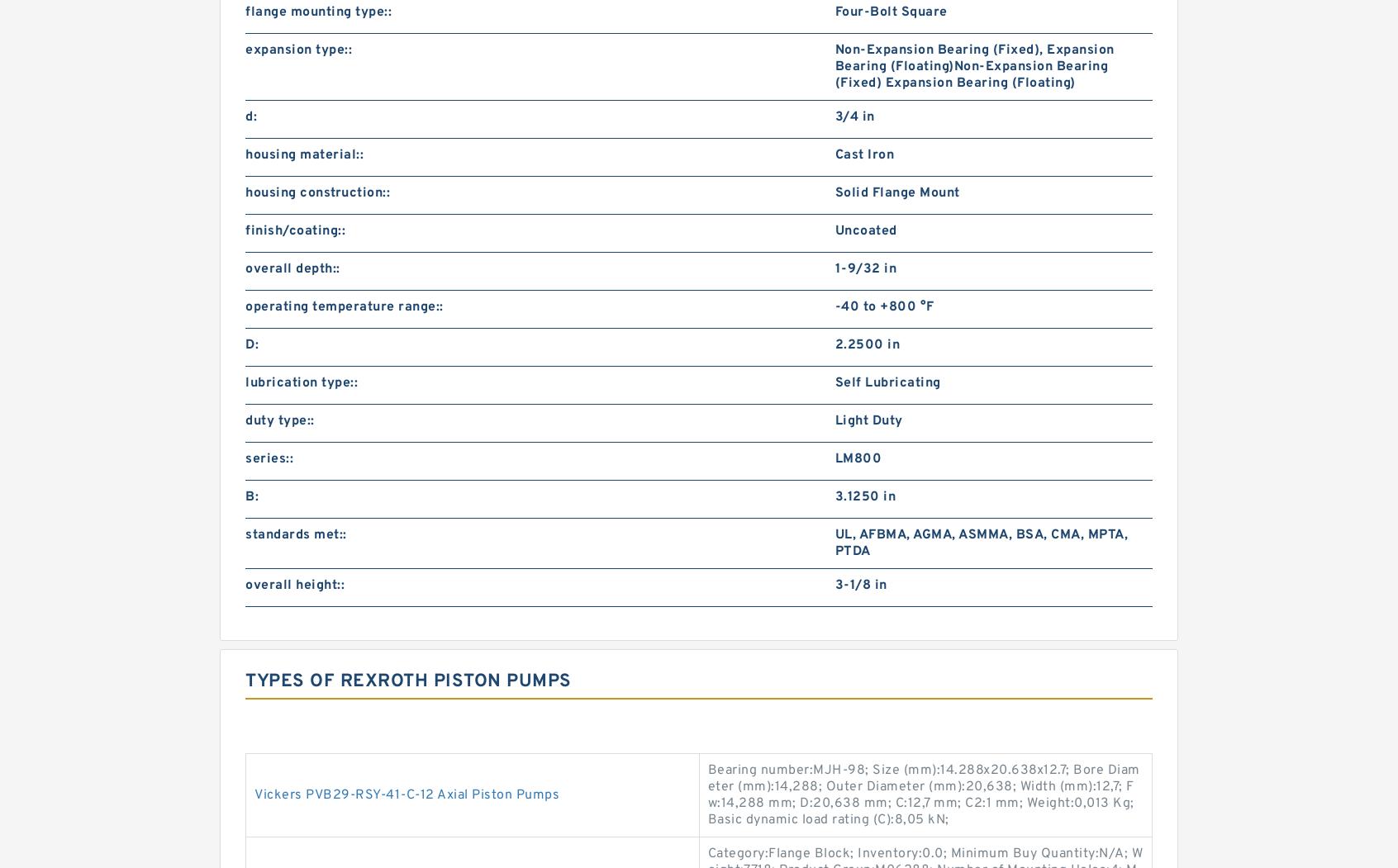 The height and width of the screenshot is (868, 1398). What do you see at coordinates (853, 116) in the screenshot?
I see `'3/4 in'` at bounding box center [853, 116].